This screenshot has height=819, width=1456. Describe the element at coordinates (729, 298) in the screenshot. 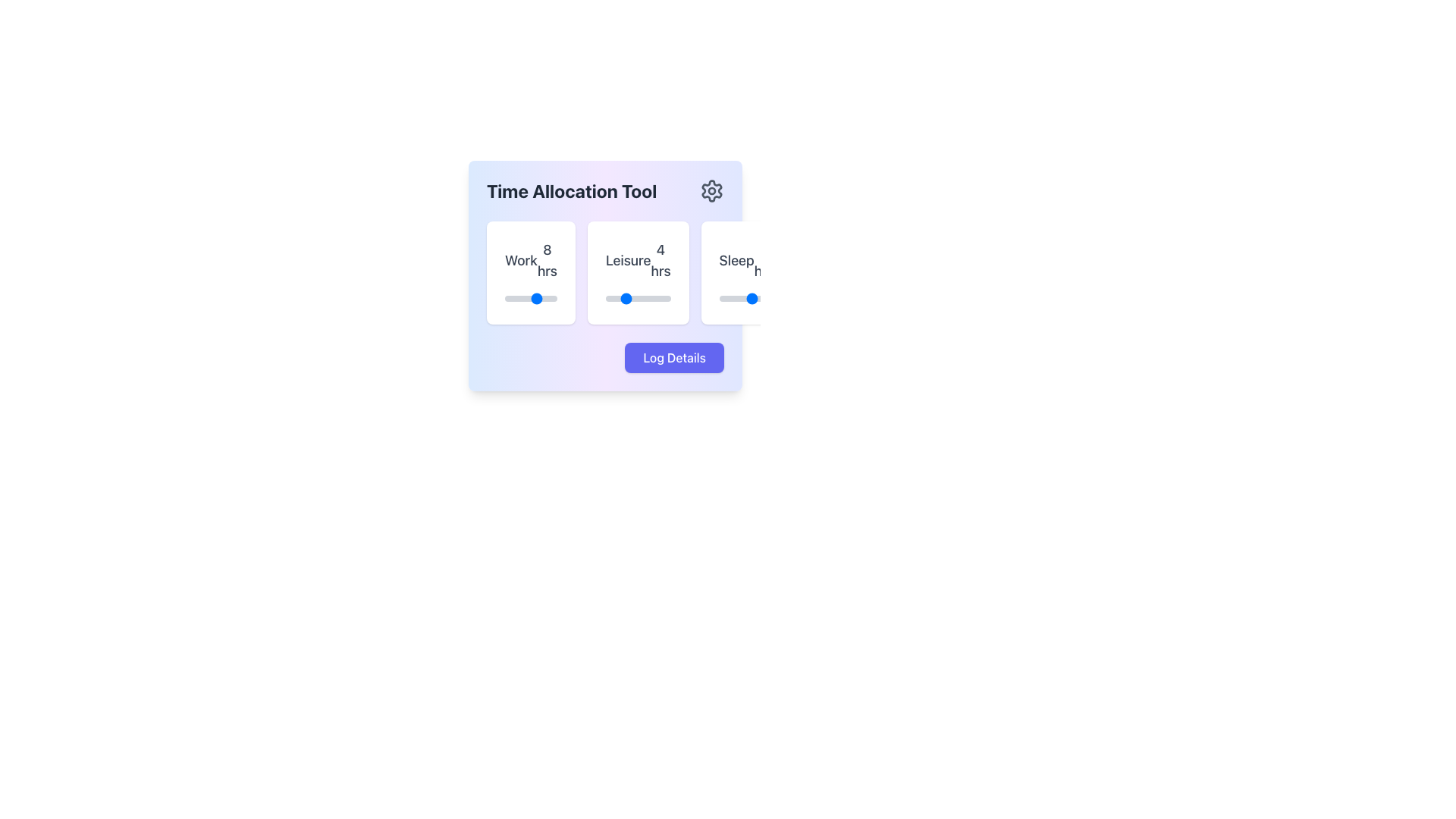

I see `the sleep duration` at that location.